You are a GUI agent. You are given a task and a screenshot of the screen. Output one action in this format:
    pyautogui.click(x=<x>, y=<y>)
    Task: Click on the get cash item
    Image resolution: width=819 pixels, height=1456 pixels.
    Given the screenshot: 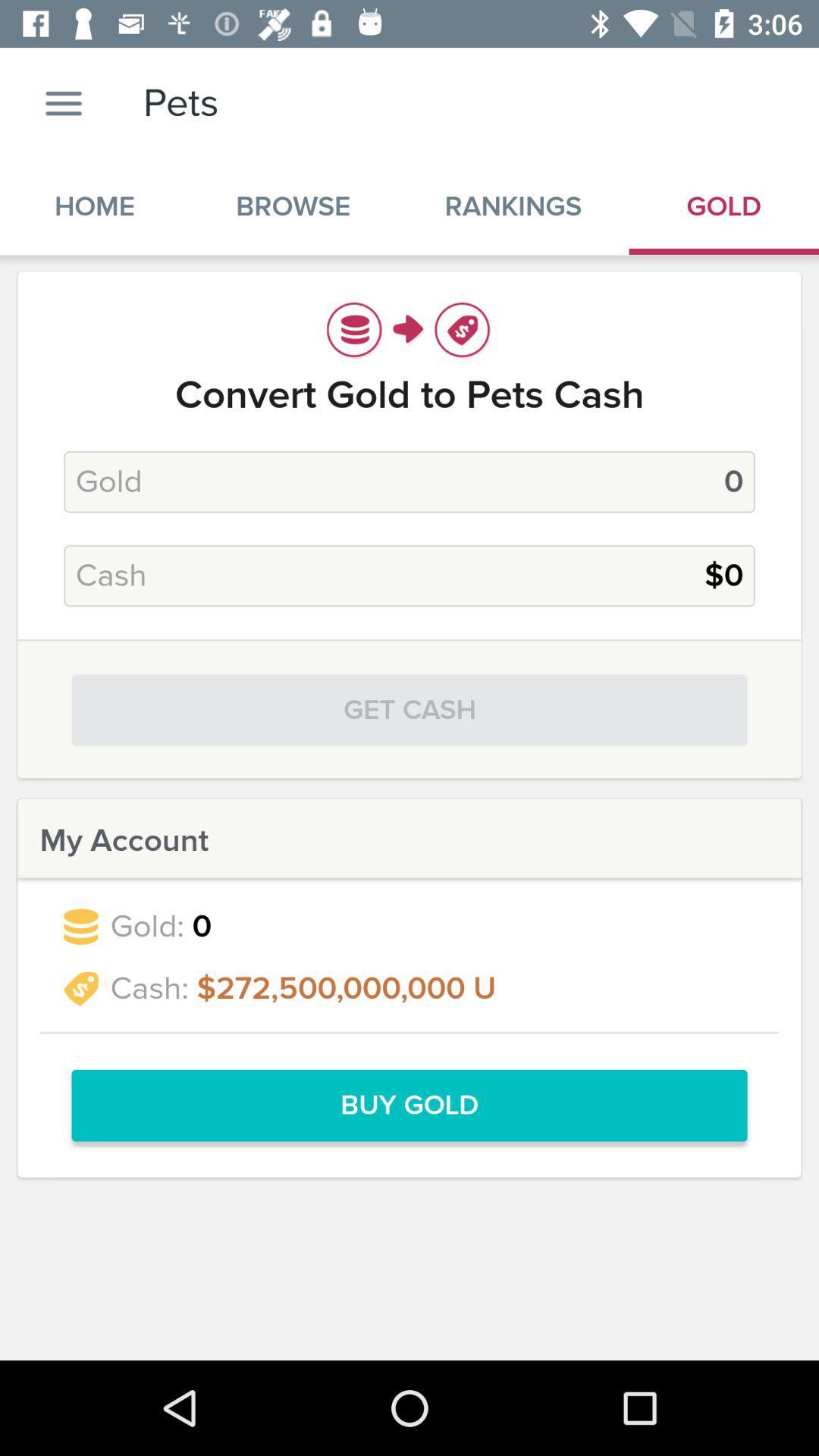 What is the action you would take?
    pyautogui.click(x=409, y=709)
    